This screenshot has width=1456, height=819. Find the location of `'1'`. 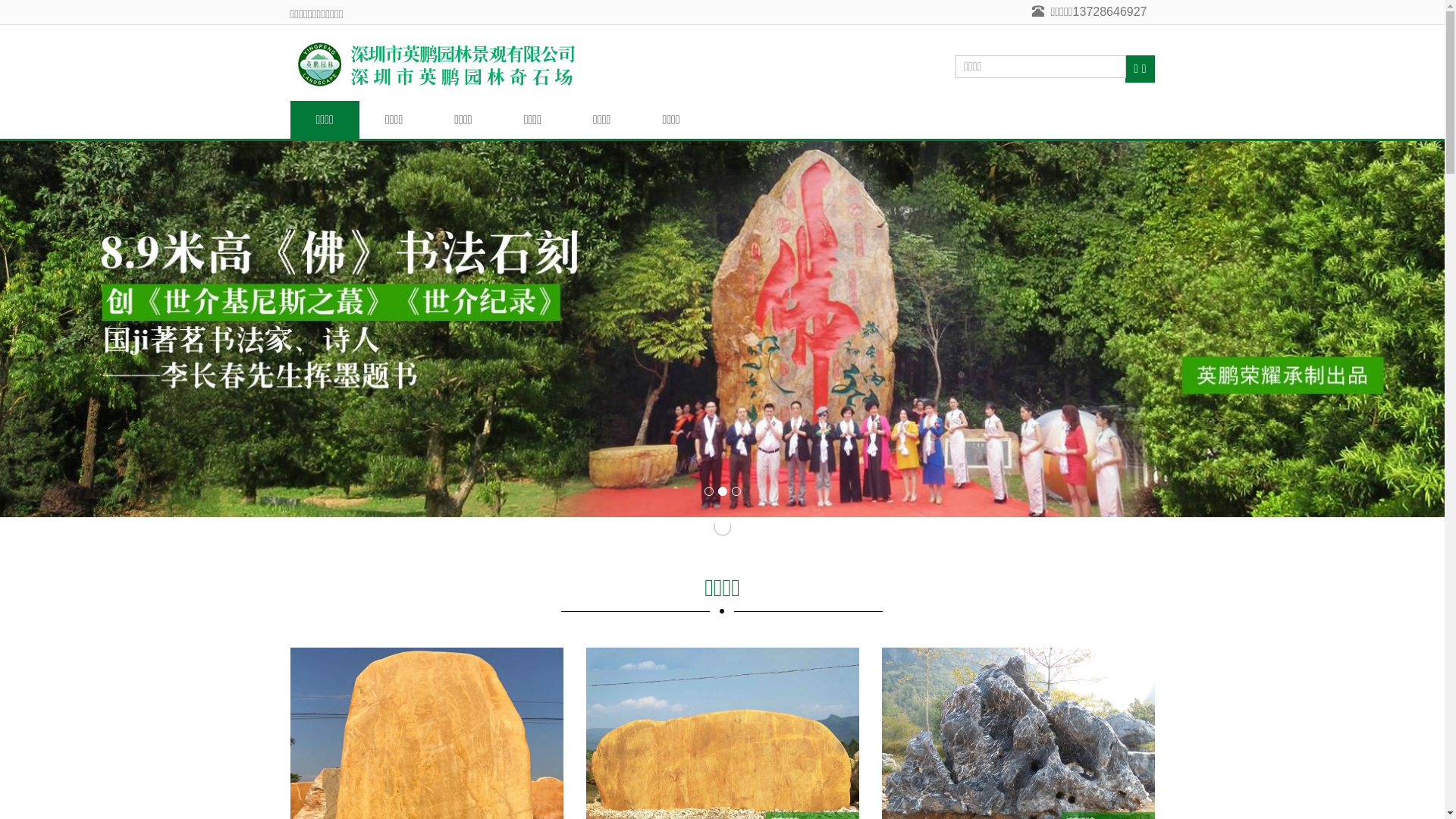

'1' is located at coordinates (708, 491).